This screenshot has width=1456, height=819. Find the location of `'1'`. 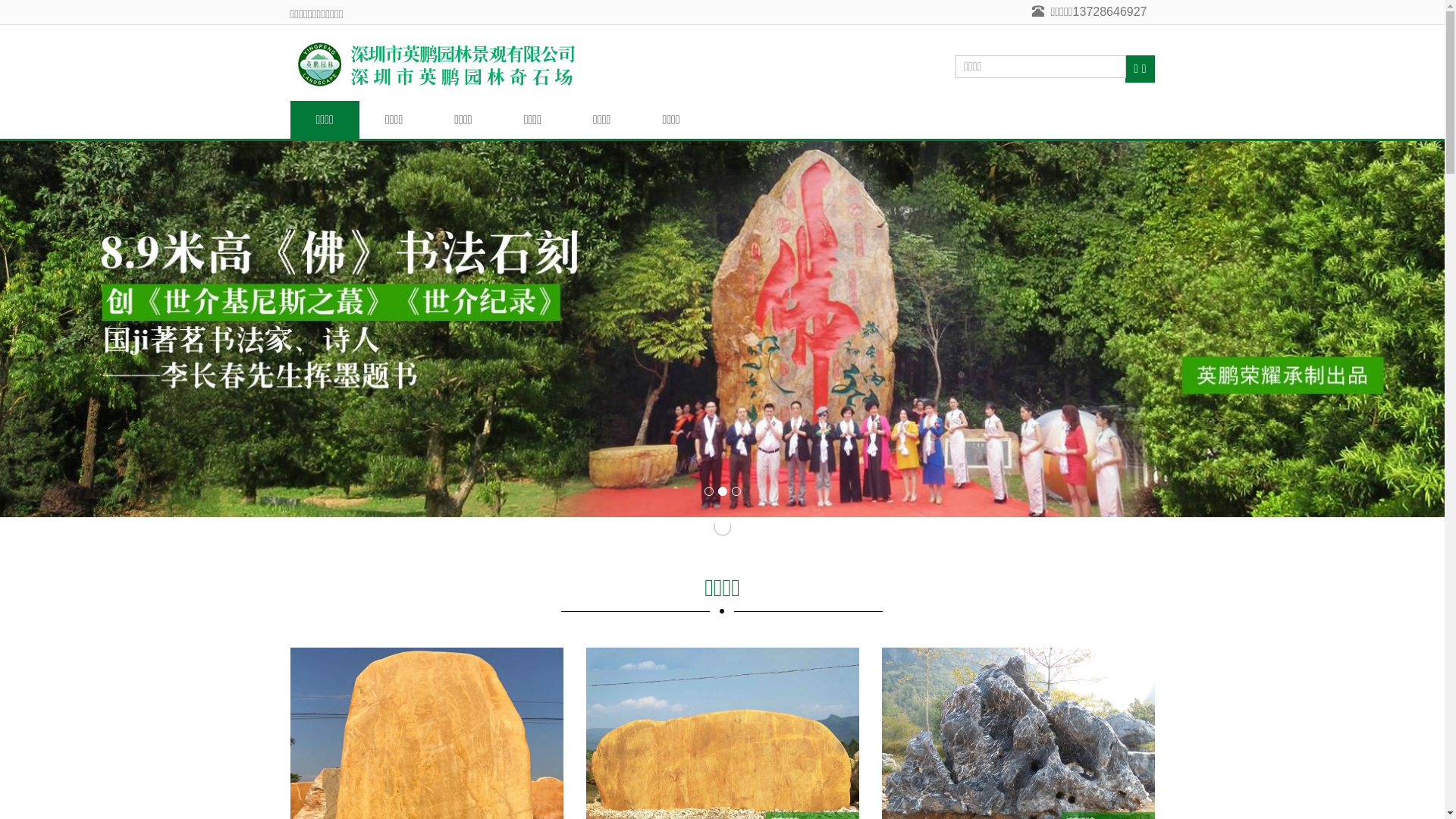

'1' is located at coordinates (708, 491).